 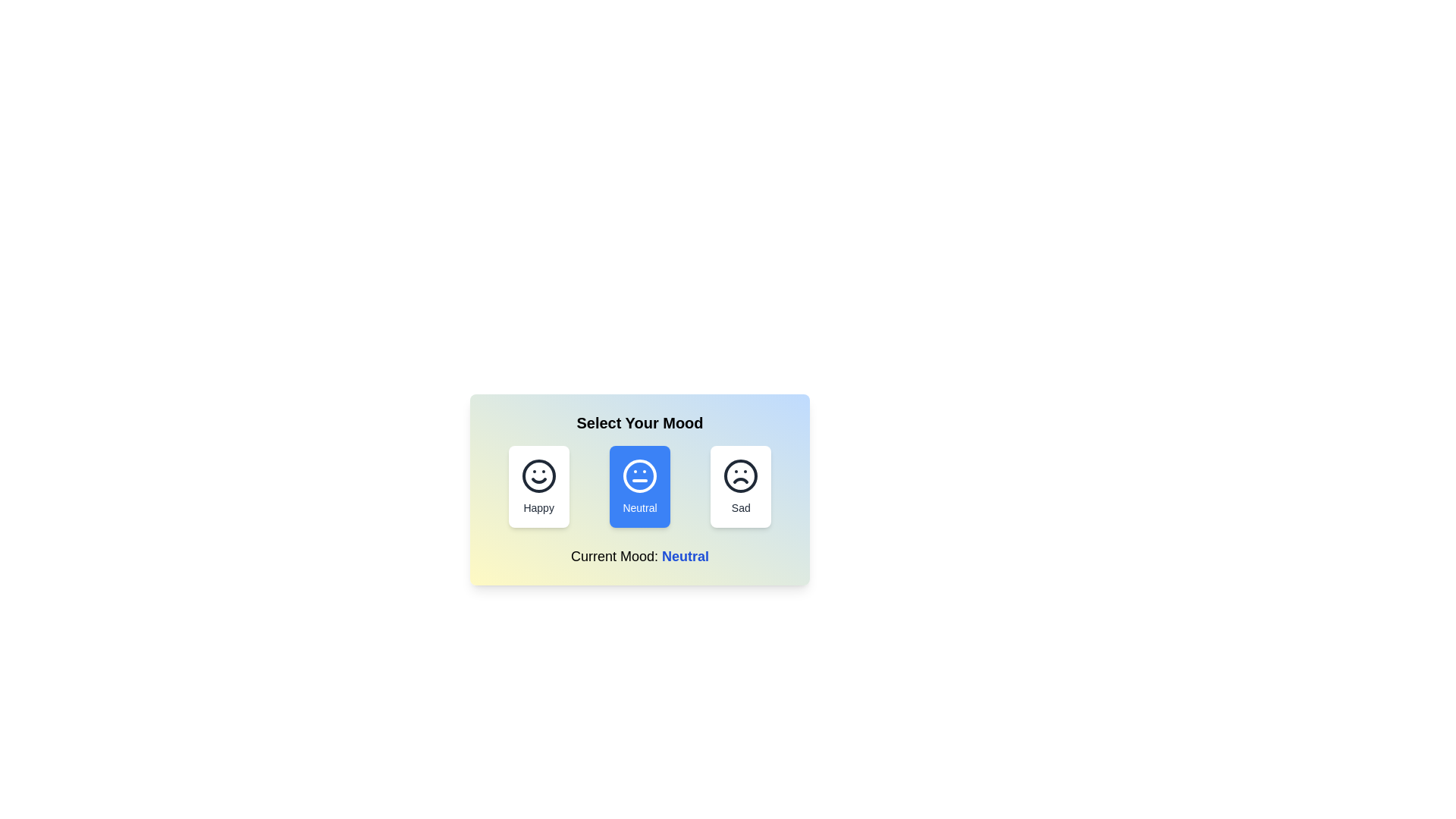 What do you see at coordinates (741, 486) in the screenshot?
I see `the mood button labeled Sad` at bounding box center [741, 486].